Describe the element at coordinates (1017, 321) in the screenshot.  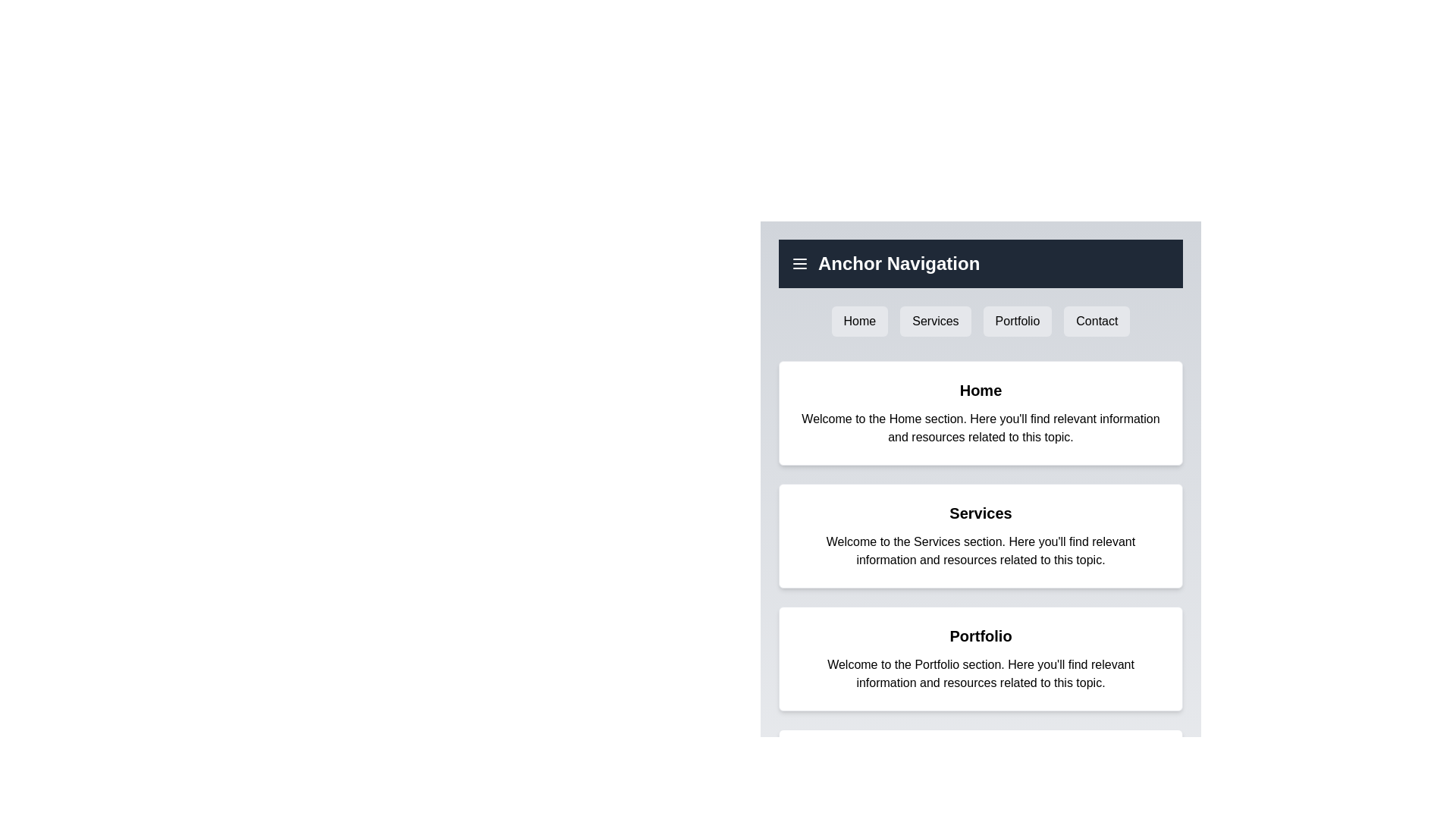
I see `the 'Portfolio' button, which is the third button in the navigation bar` at that location.